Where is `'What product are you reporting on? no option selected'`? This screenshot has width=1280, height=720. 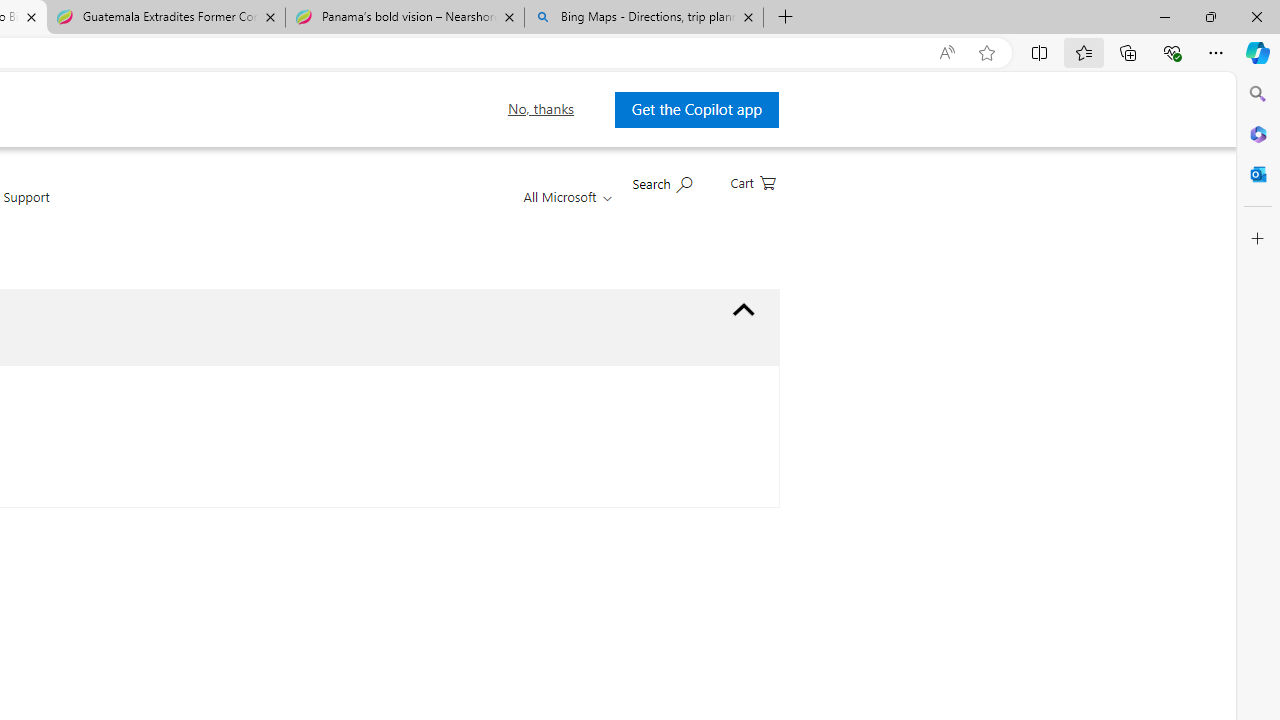 'What product are you reporting on? no option selected' is located at coordinates (743, 309).